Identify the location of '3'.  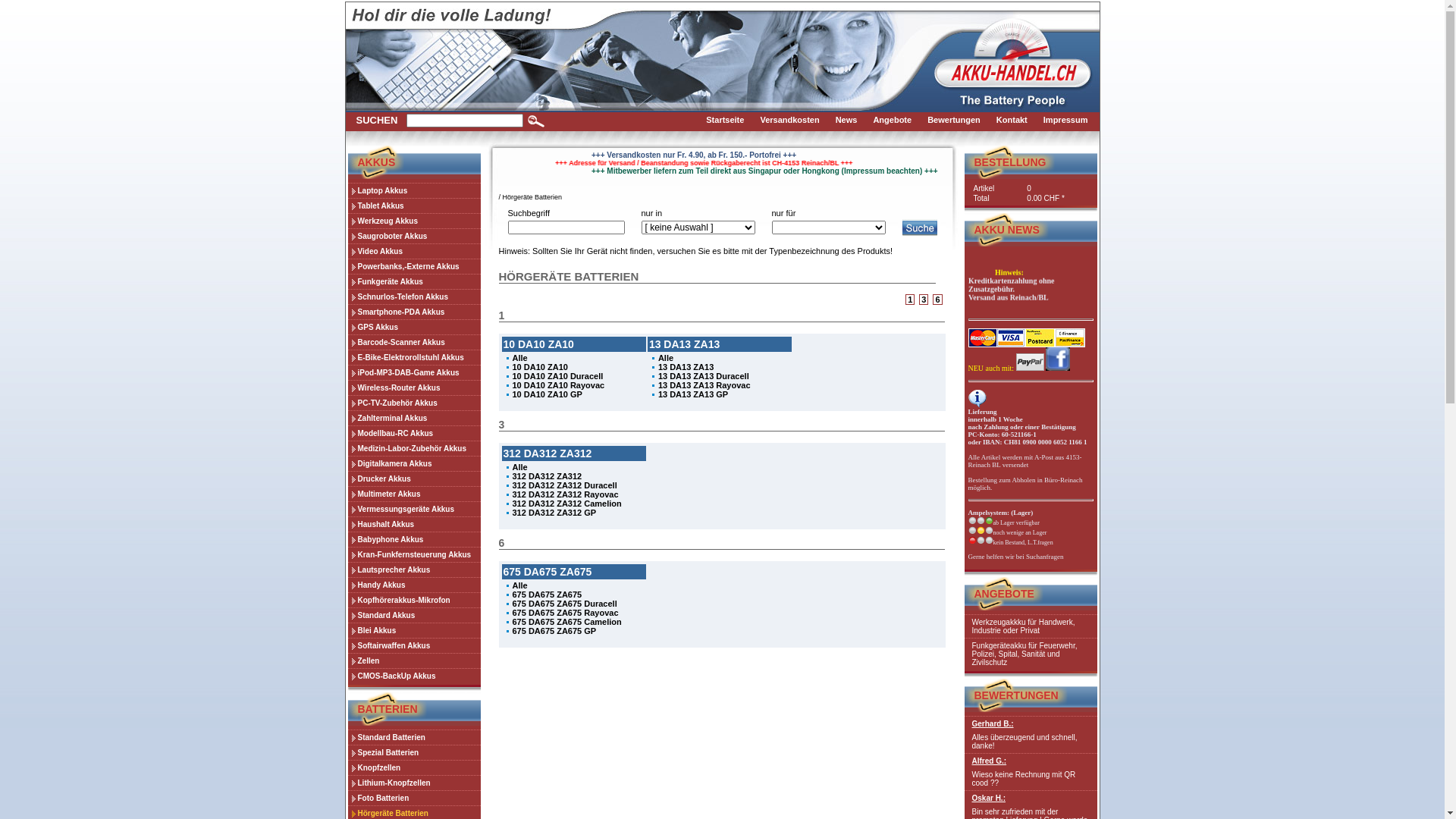
(919, 299).